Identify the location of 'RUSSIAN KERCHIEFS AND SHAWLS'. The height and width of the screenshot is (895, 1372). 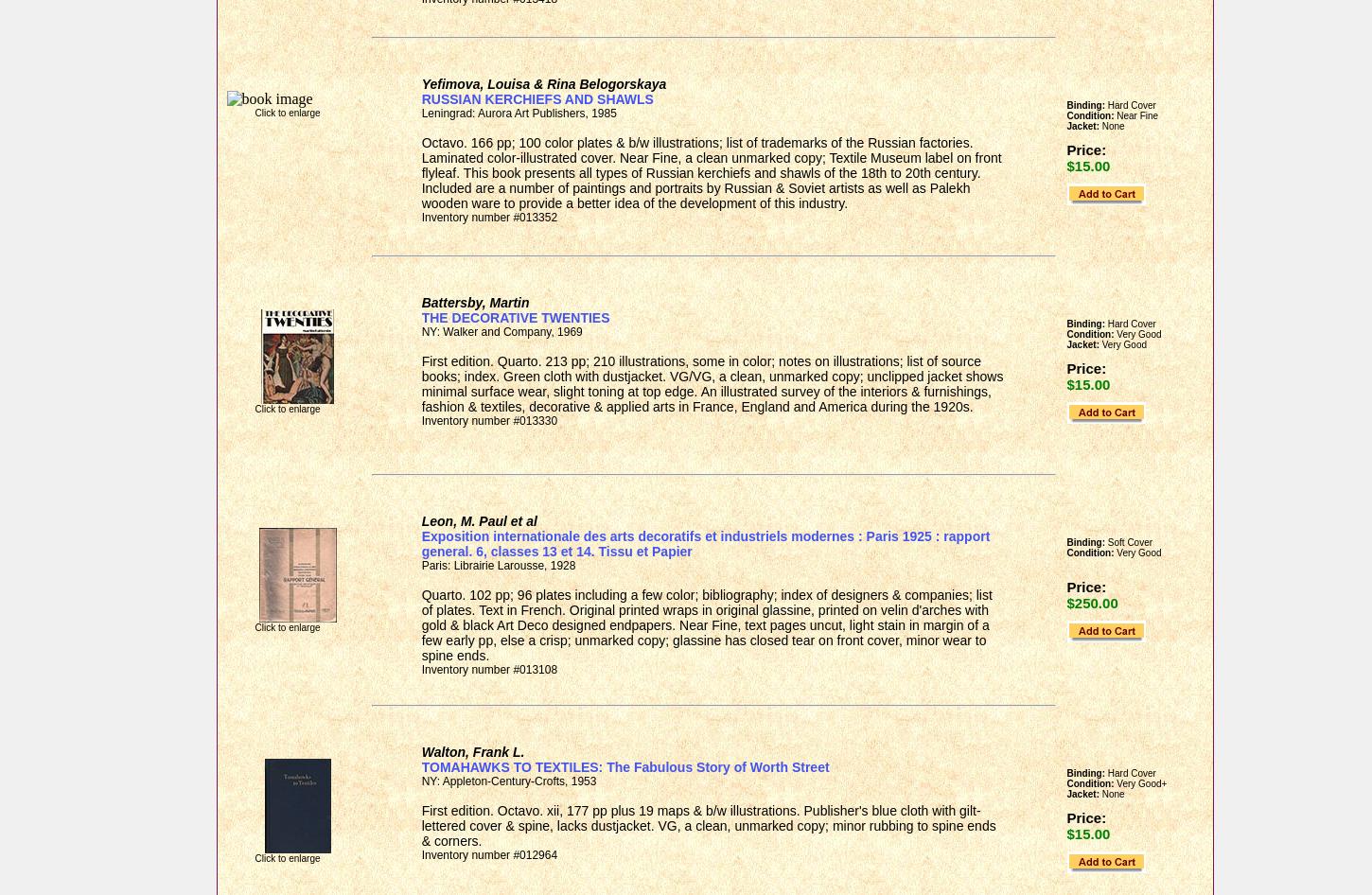
(536, 98).